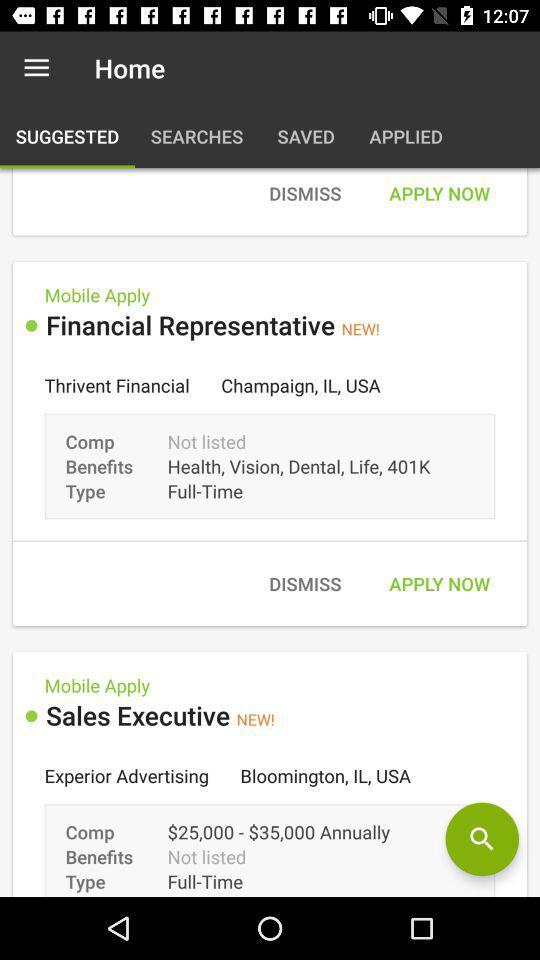 Image resolution: width=540 pixels, height=960 pixels. I want to click on search option, so click(481, 839).